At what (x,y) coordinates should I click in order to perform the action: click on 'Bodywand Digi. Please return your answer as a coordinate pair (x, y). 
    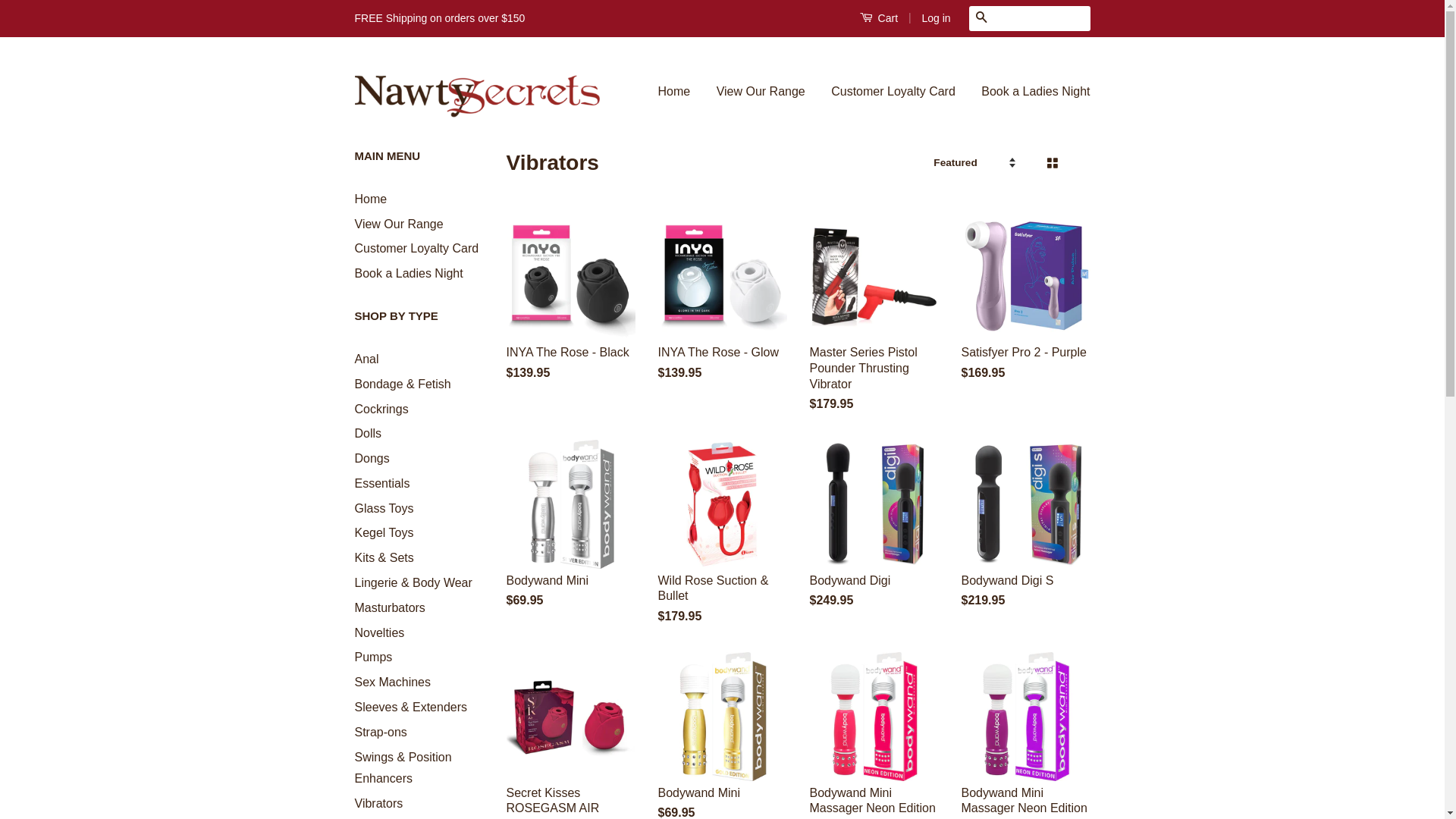
    Looking at the image, I should click on (809, 537).